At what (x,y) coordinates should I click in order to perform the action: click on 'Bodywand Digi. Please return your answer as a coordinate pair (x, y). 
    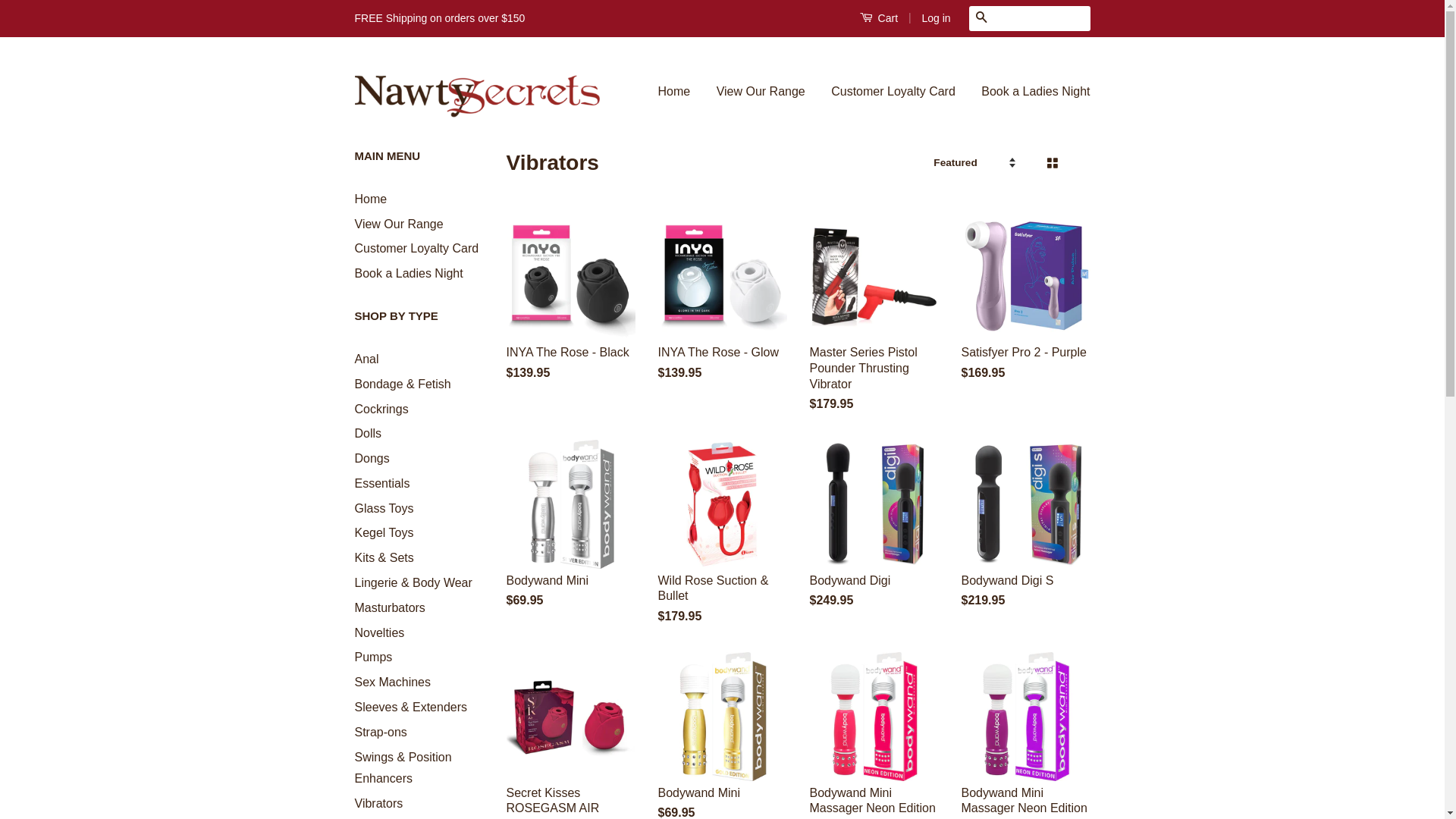
    Looking at the image, I should click on (809, 537).